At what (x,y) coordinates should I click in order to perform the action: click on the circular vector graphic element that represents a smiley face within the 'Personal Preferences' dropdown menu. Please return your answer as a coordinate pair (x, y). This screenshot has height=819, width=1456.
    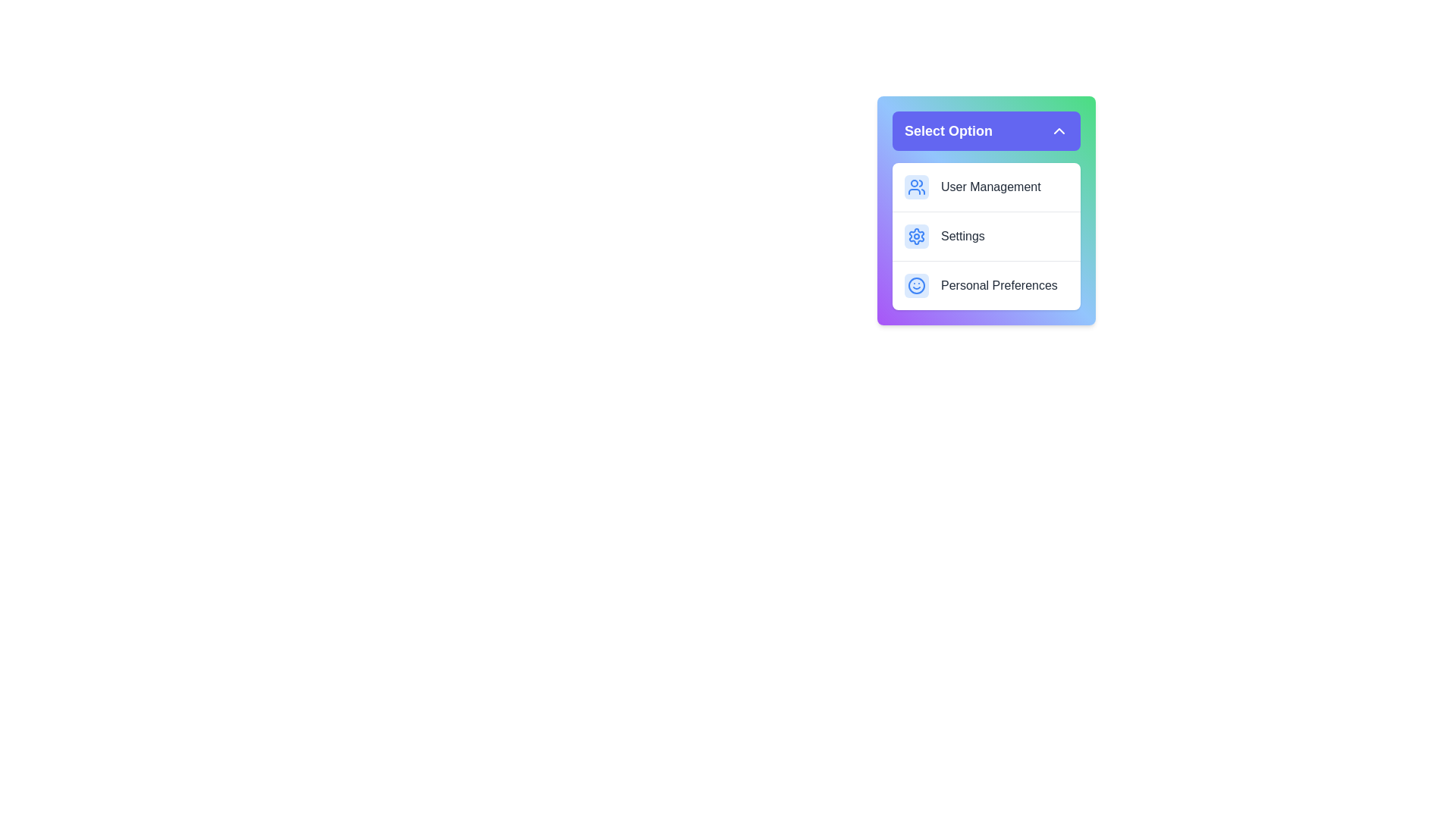
    Looking at the image, I should click on (916, 286).